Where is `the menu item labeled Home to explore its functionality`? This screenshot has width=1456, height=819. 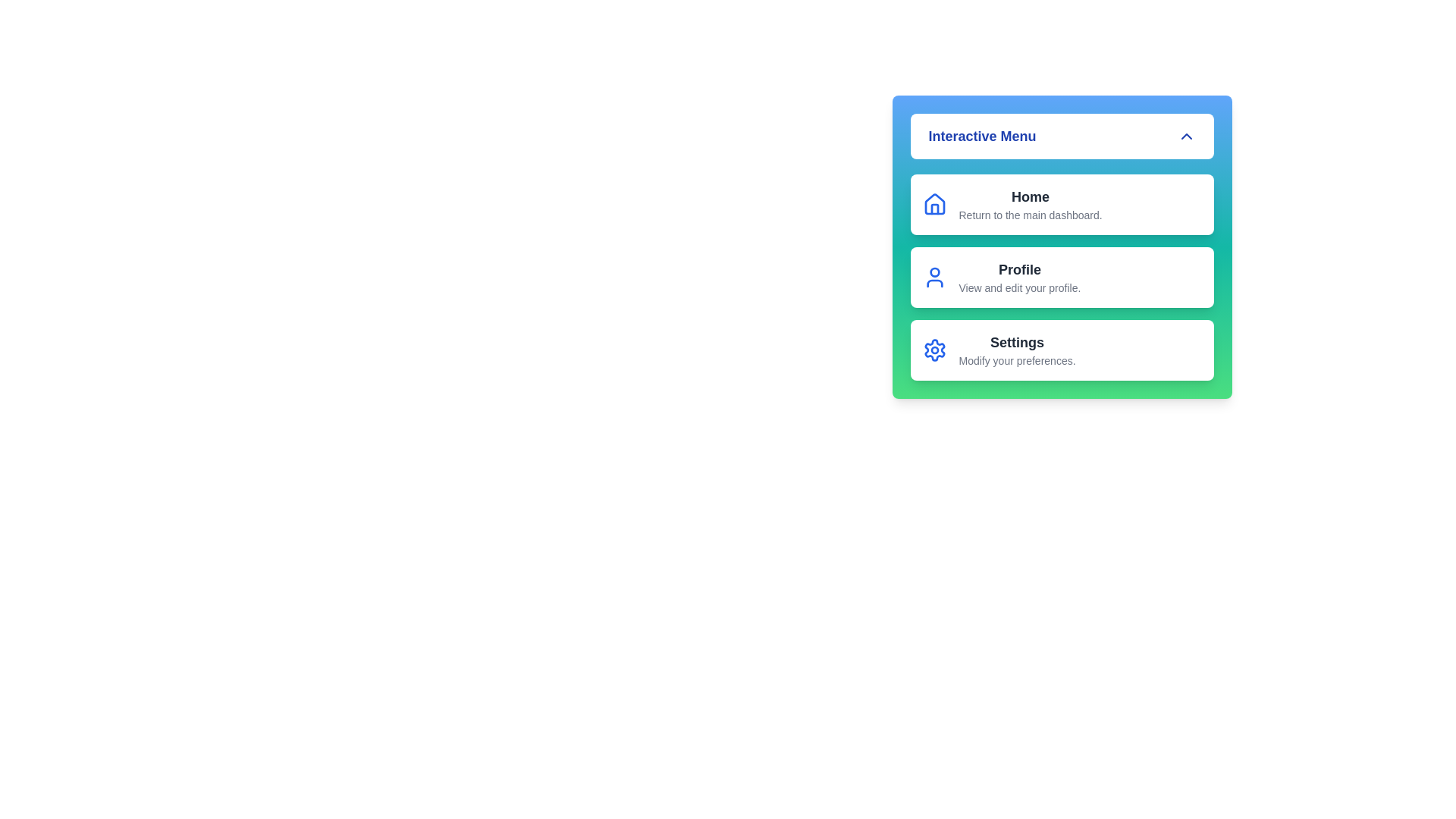 the menu item labeled Home to explore its functionality is located at coordinates (1061, 205).